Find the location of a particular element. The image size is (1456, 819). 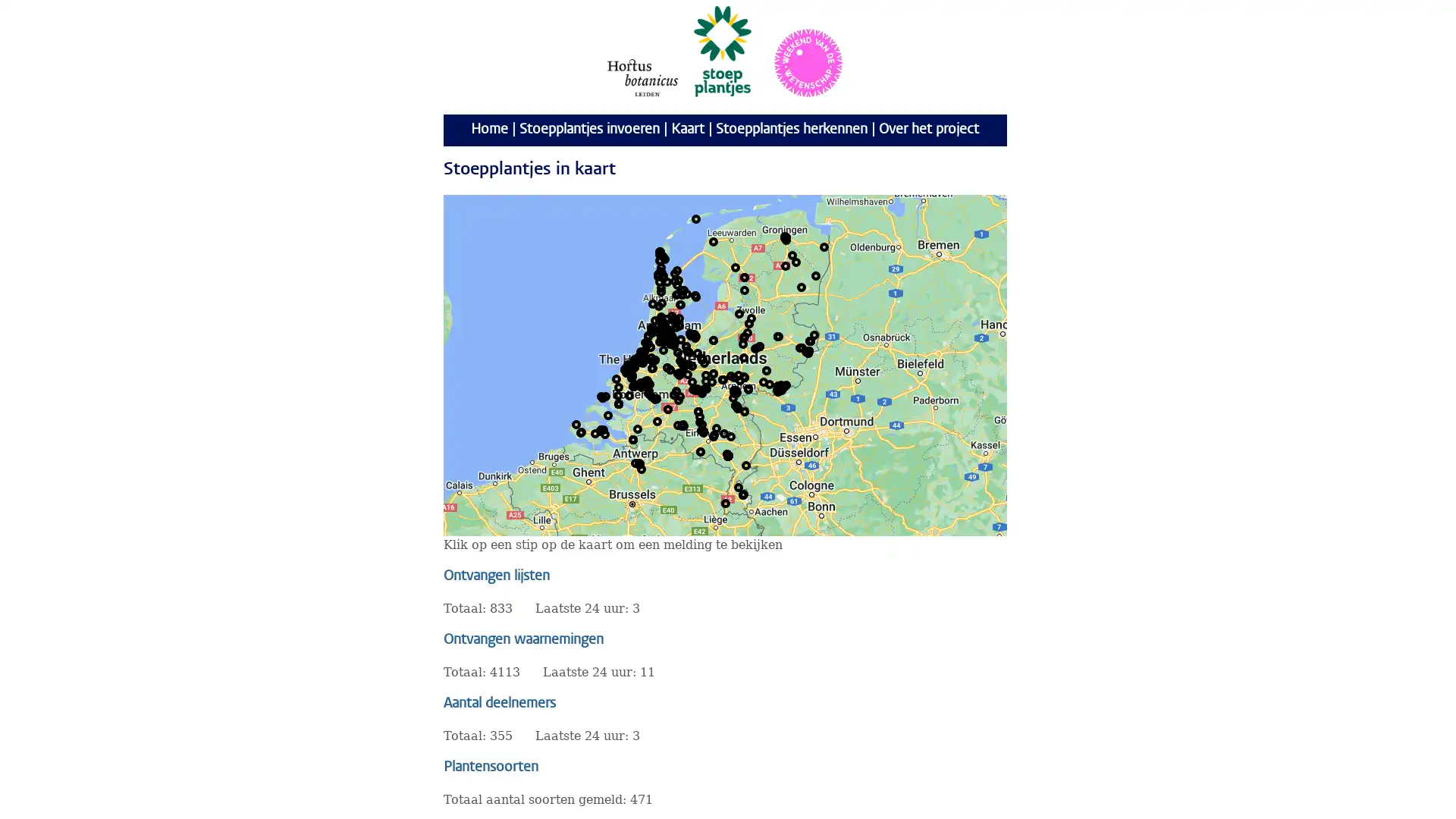

Telling van op 01 juni 2022 is located at coordinates (778, 335).